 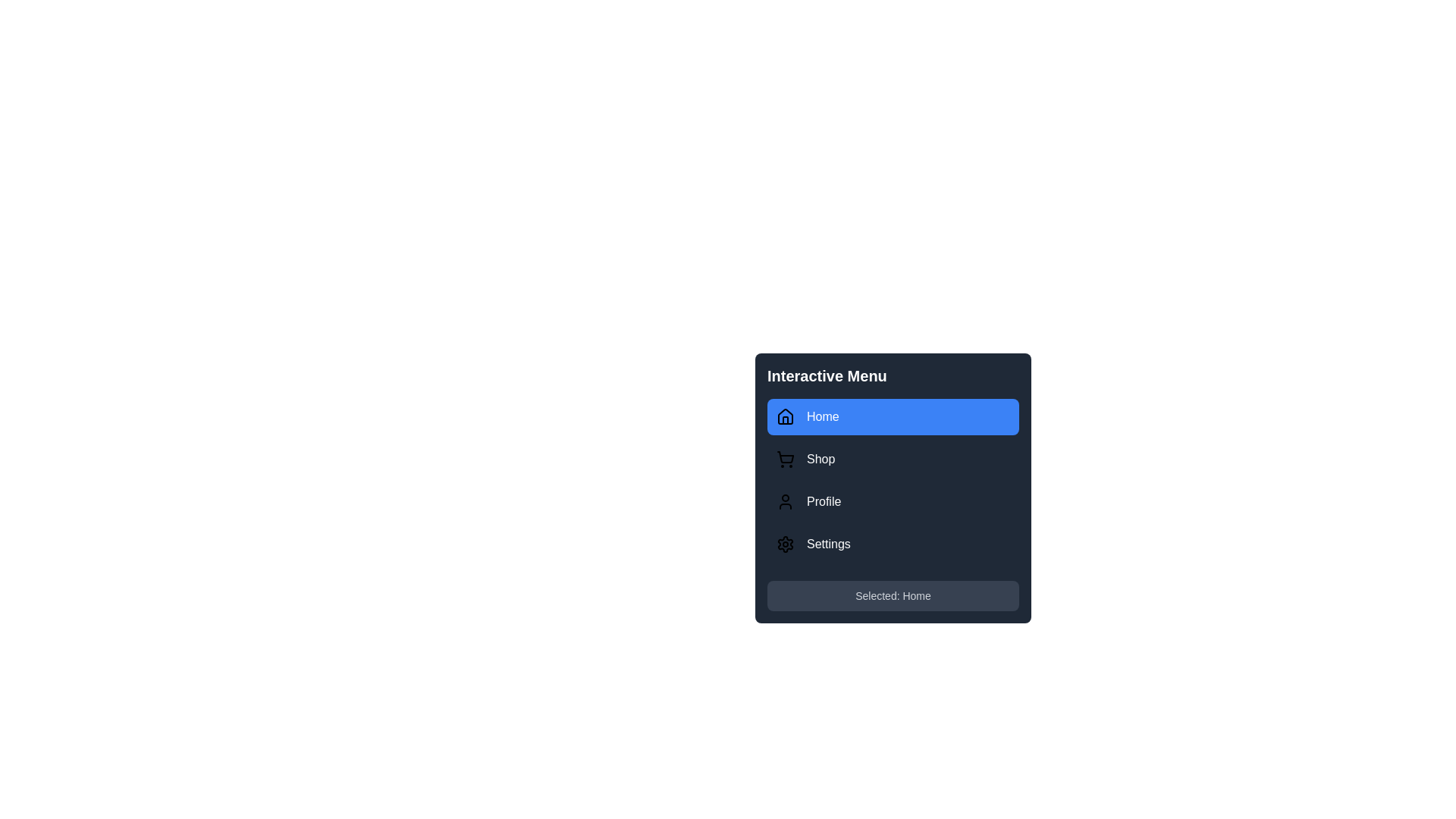 I want to click on the 'Settings' text label located at the fourth position in the vertical list of menu items, so click(x=827, y=543).